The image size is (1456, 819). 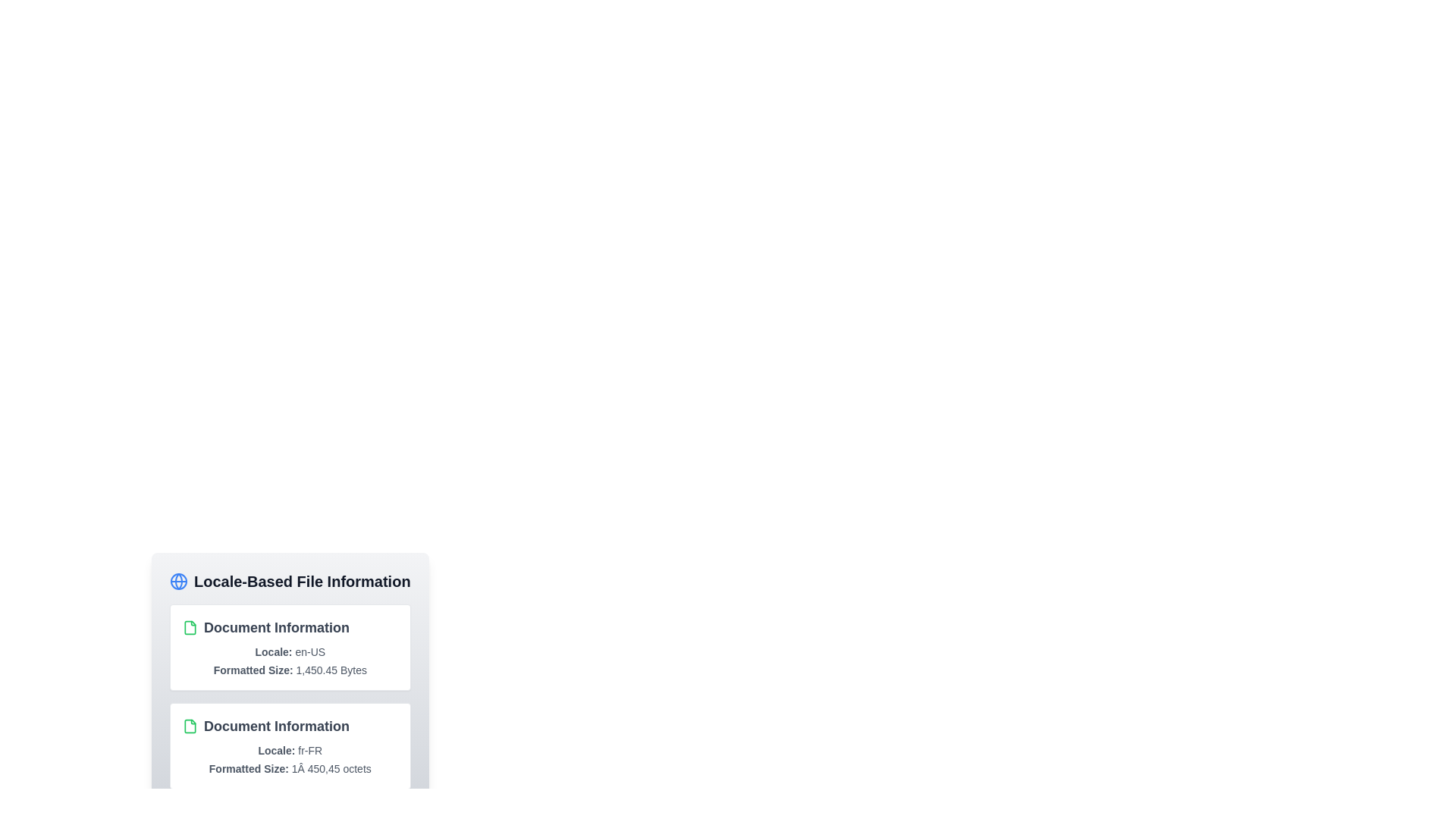 What do you see at coordinates (189, 725) in the screenshot?
I see `the green file icon located in the top left of the second document information block in the Locale-Based File Information section` at bounding box center [189, 725].